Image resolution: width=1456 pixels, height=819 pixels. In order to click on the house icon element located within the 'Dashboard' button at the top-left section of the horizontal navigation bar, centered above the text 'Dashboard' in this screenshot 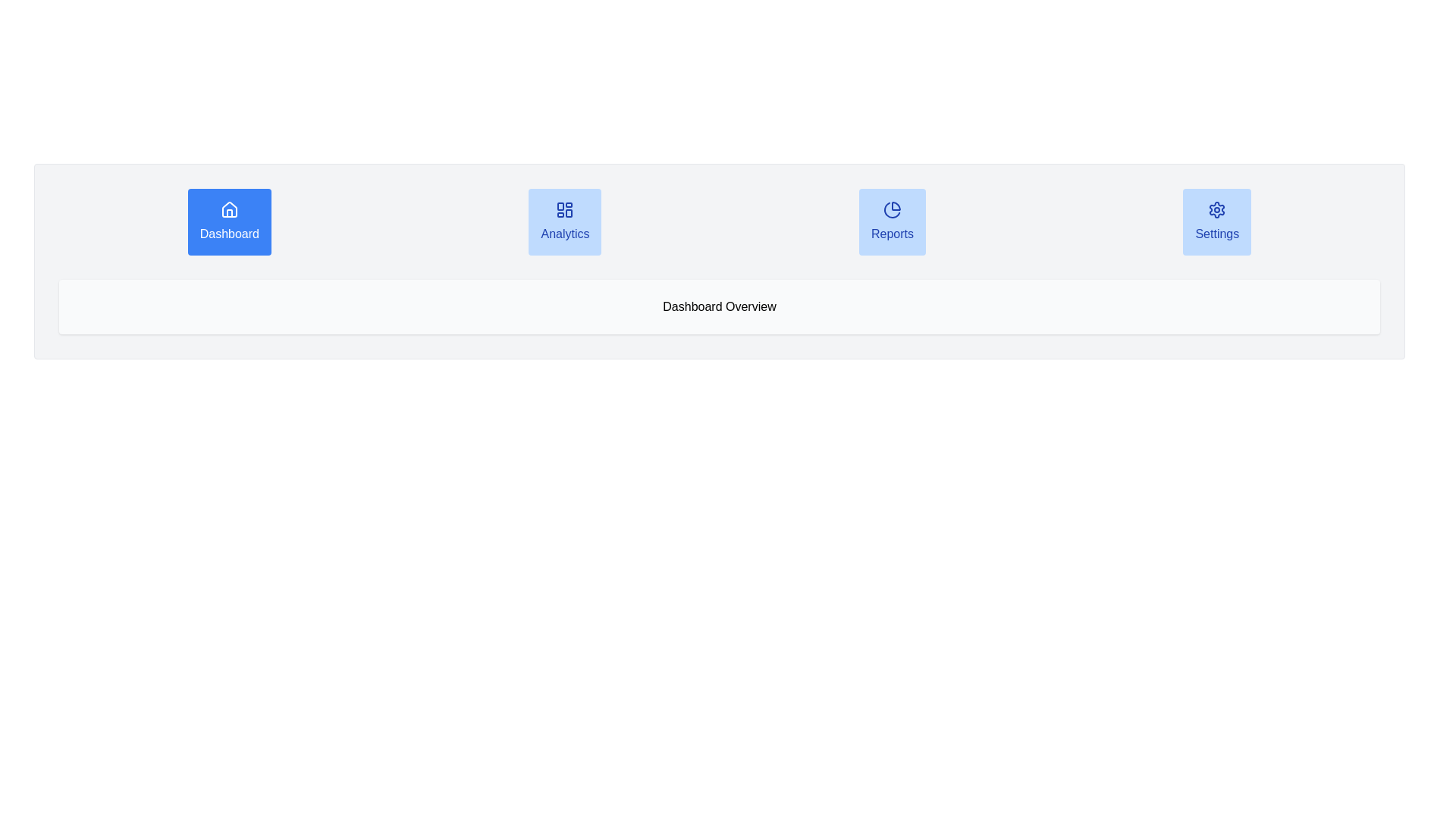, I will do `click(228, 210)`.